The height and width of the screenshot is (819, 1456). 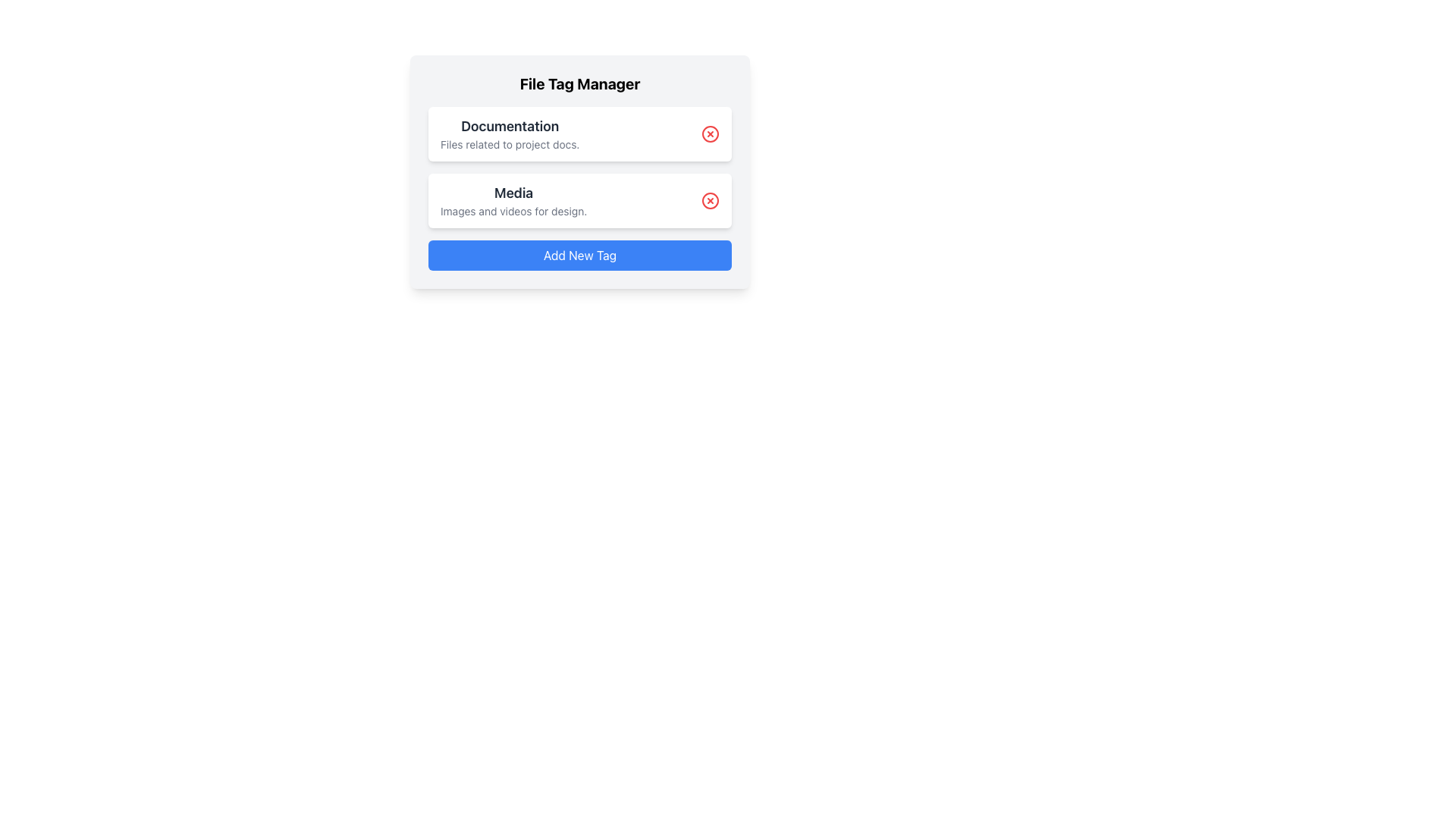 What do you see at coordinates (513, 200) in the screenshot?
I see `the 'Media' file tag category text block, which includes a descriptive heading and subtext, positioned centrally below the 'Documentation' card in the 'File Tag Manager' interface` at bounding box center [513, 200].